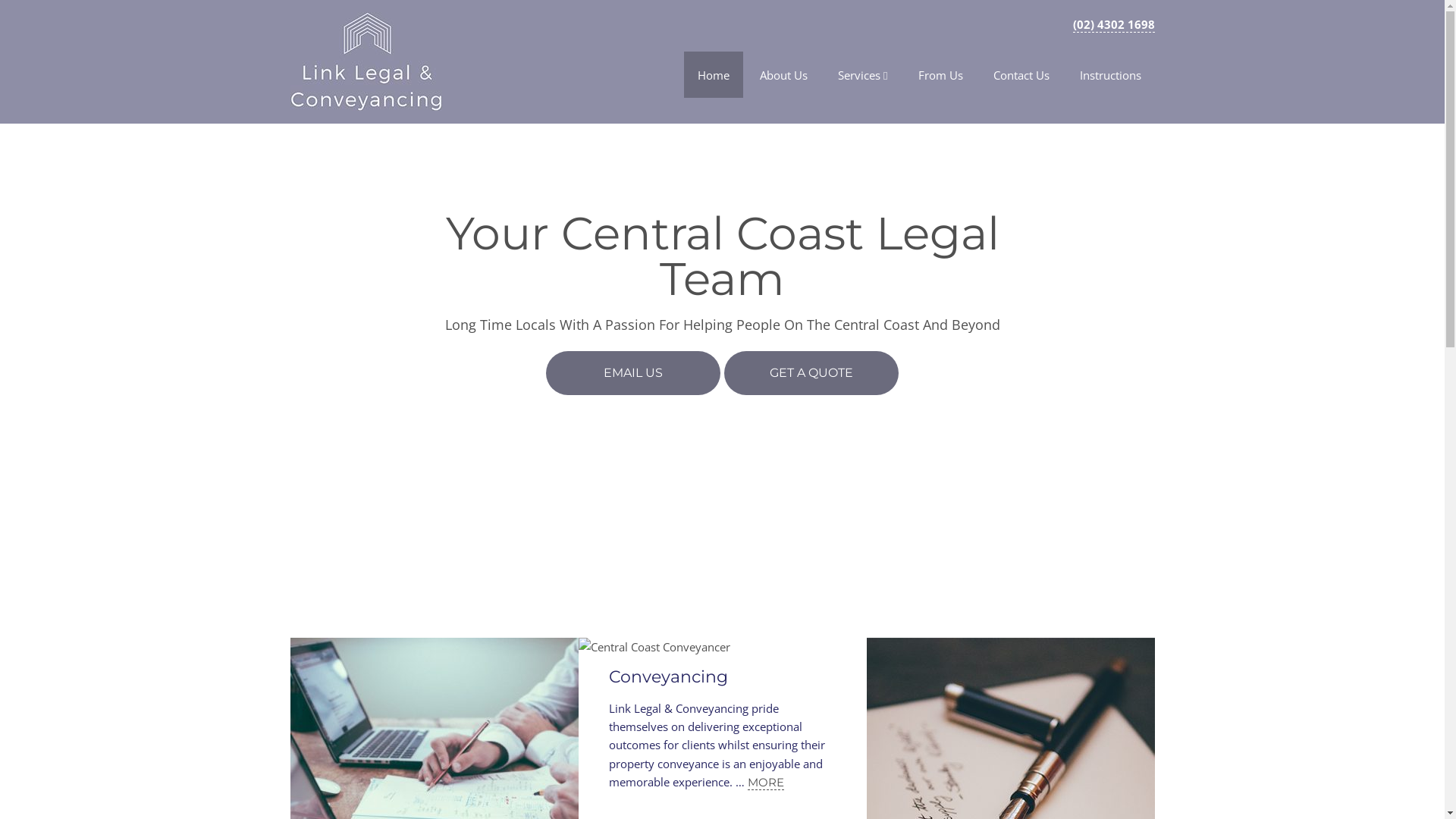 This screenshot has height=819, width=1456. I want to click on 'Conveyancing', so click(667, 676).